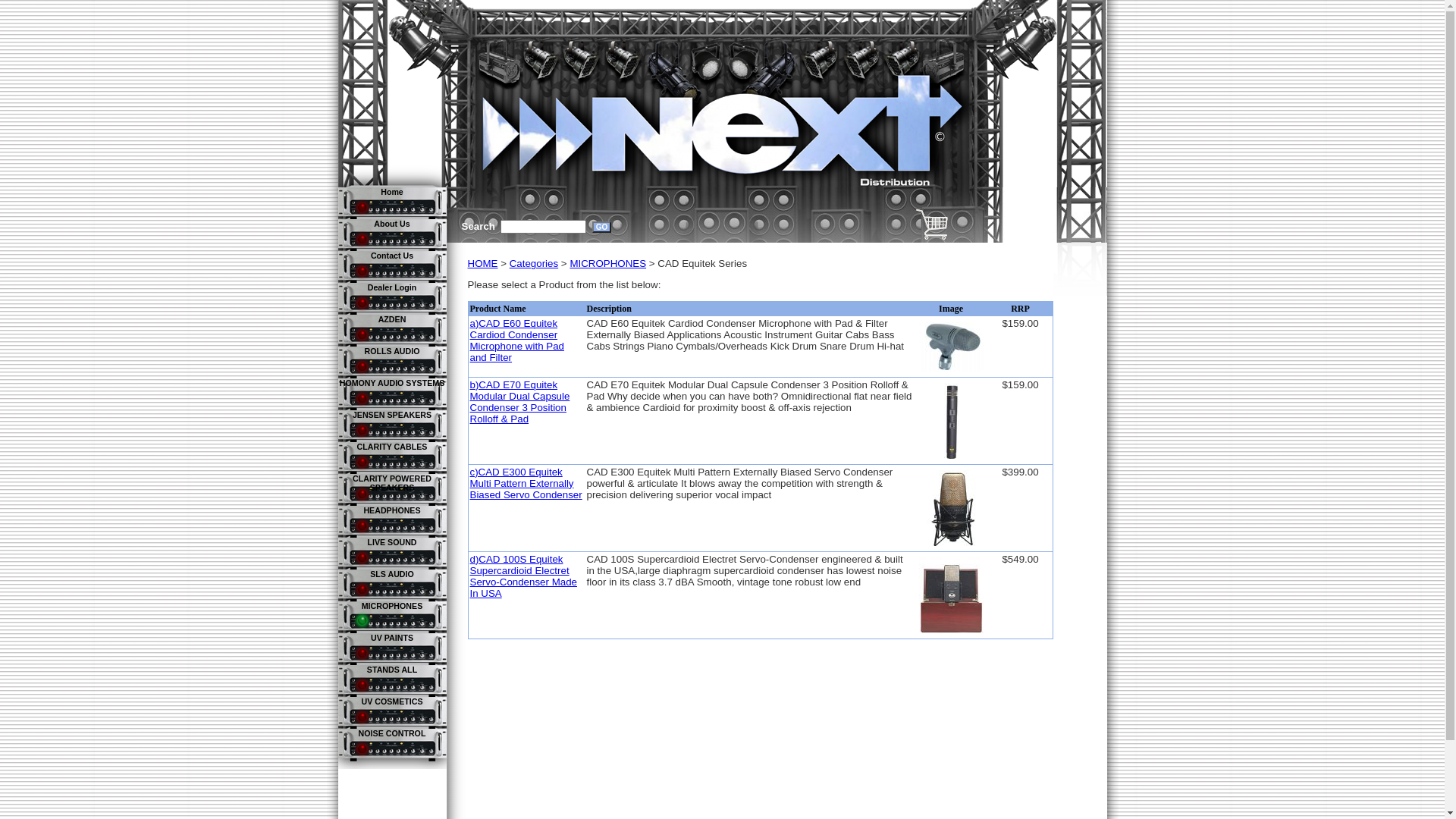 Image resolution: width=1456 pixels, height=819 pixels. Describe the element at coordinates (392, 287) in the screenshot. I see `'Dealer Login'` at that location.